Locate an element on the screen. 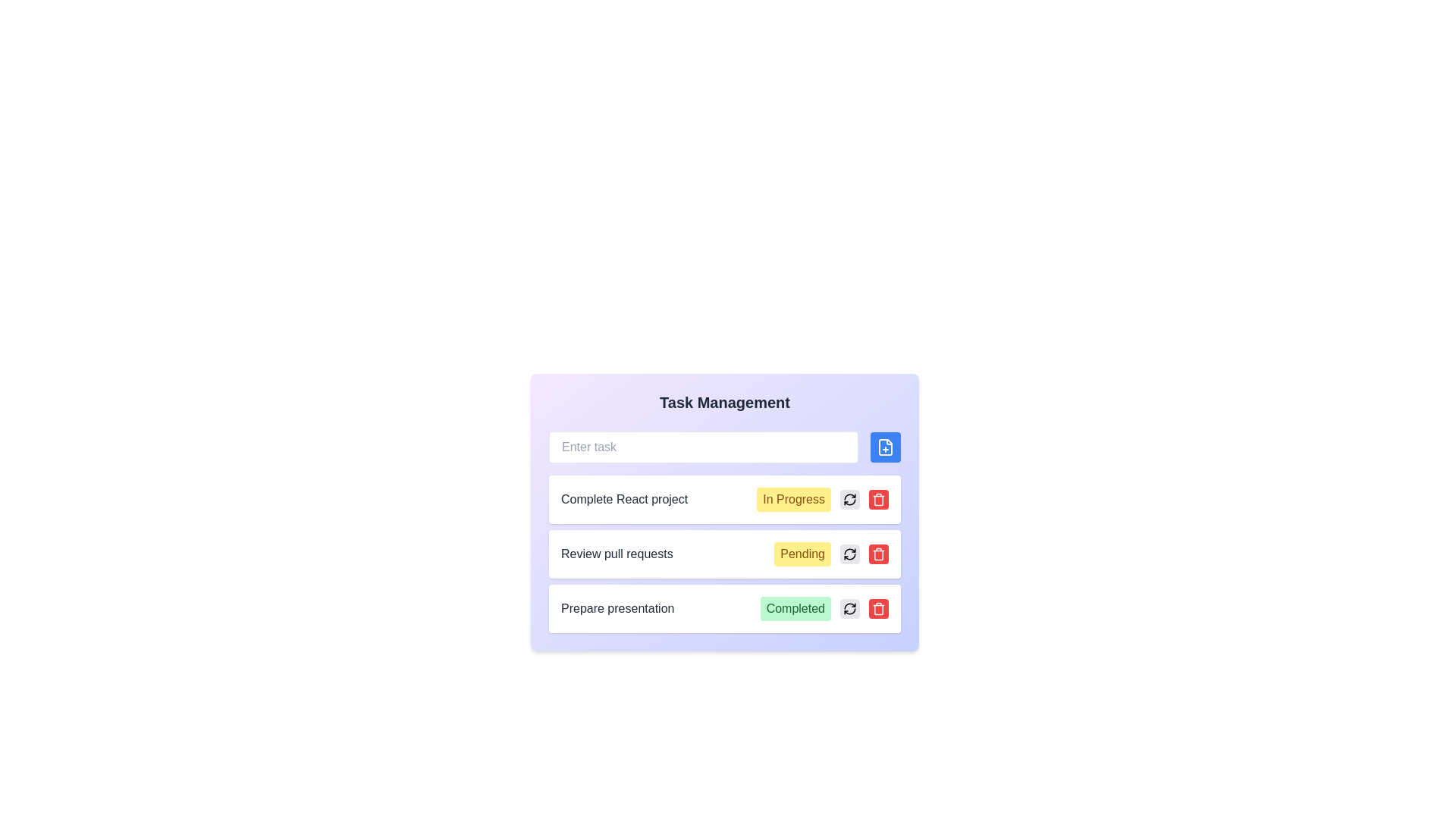  the Text Label displaying the title of a specific task located in the bottom-most task row of the task management system, which is to the left of the 'Completed' indicator badge is located at coordinates (617, 607).